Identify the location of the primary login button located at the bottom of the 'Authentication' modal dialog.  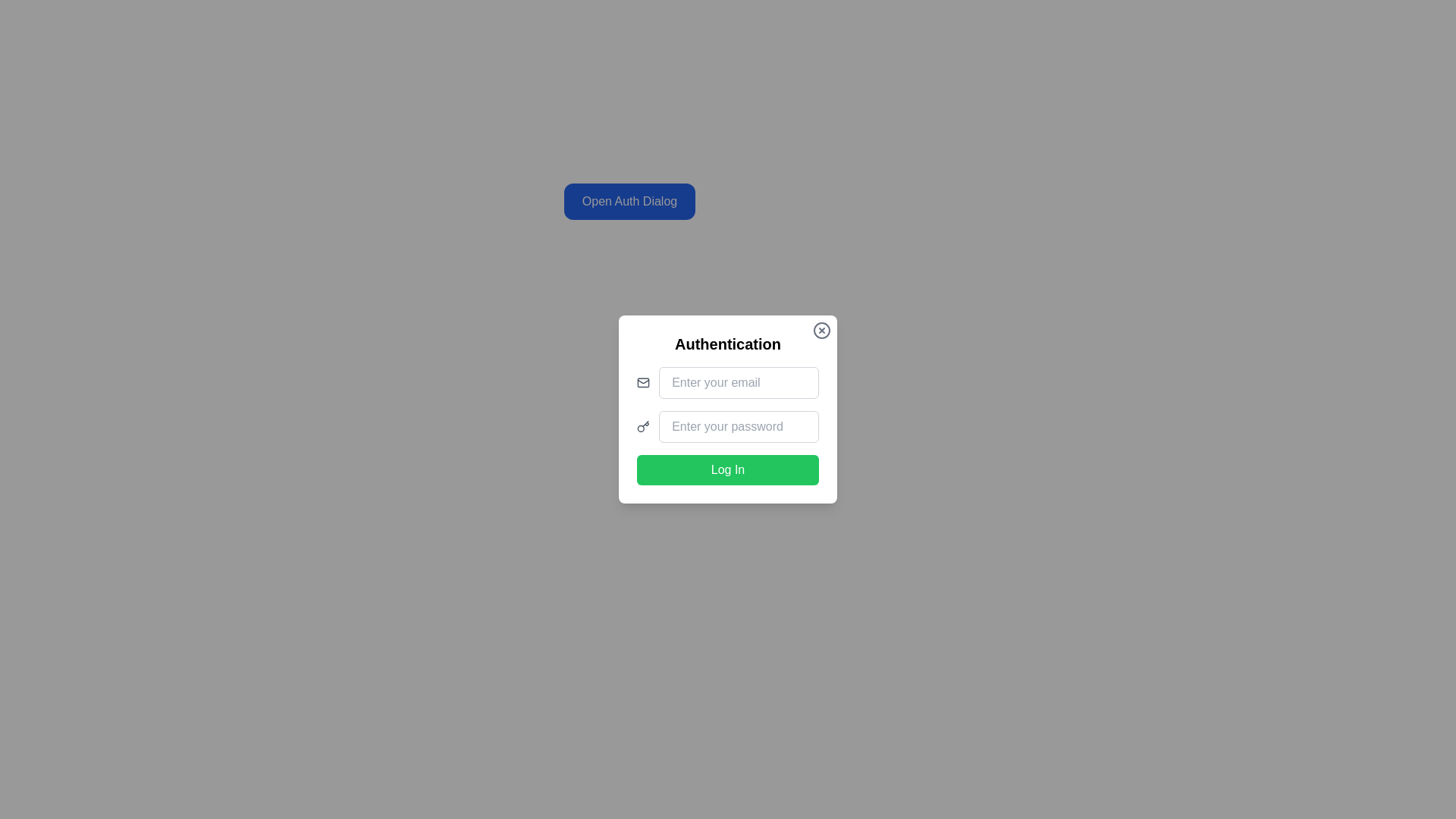
(728, 469).